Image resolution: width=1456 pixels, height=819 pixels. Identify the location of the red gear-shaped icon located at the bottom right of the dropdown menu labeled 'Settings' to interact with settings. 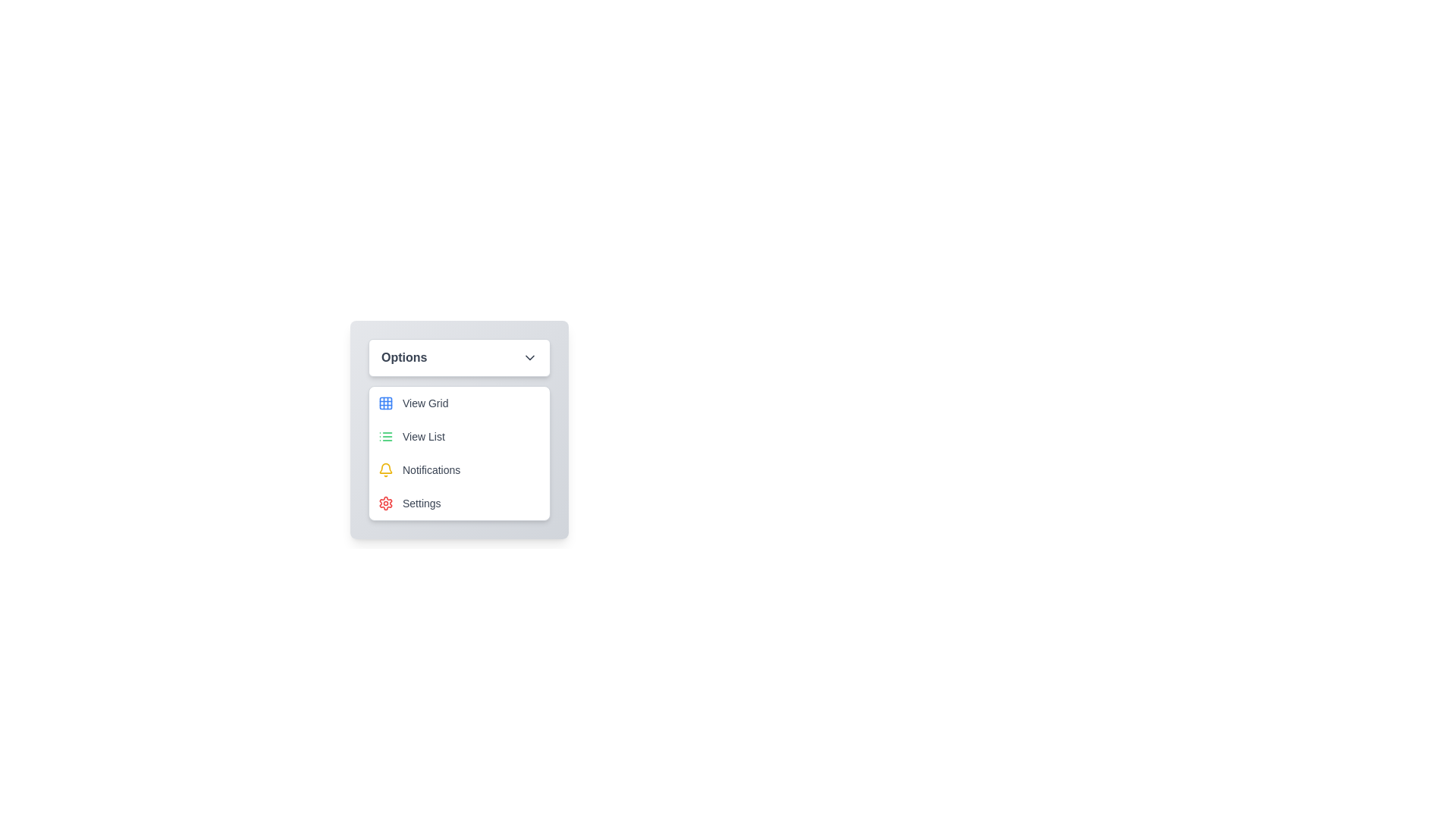
(385, 503).